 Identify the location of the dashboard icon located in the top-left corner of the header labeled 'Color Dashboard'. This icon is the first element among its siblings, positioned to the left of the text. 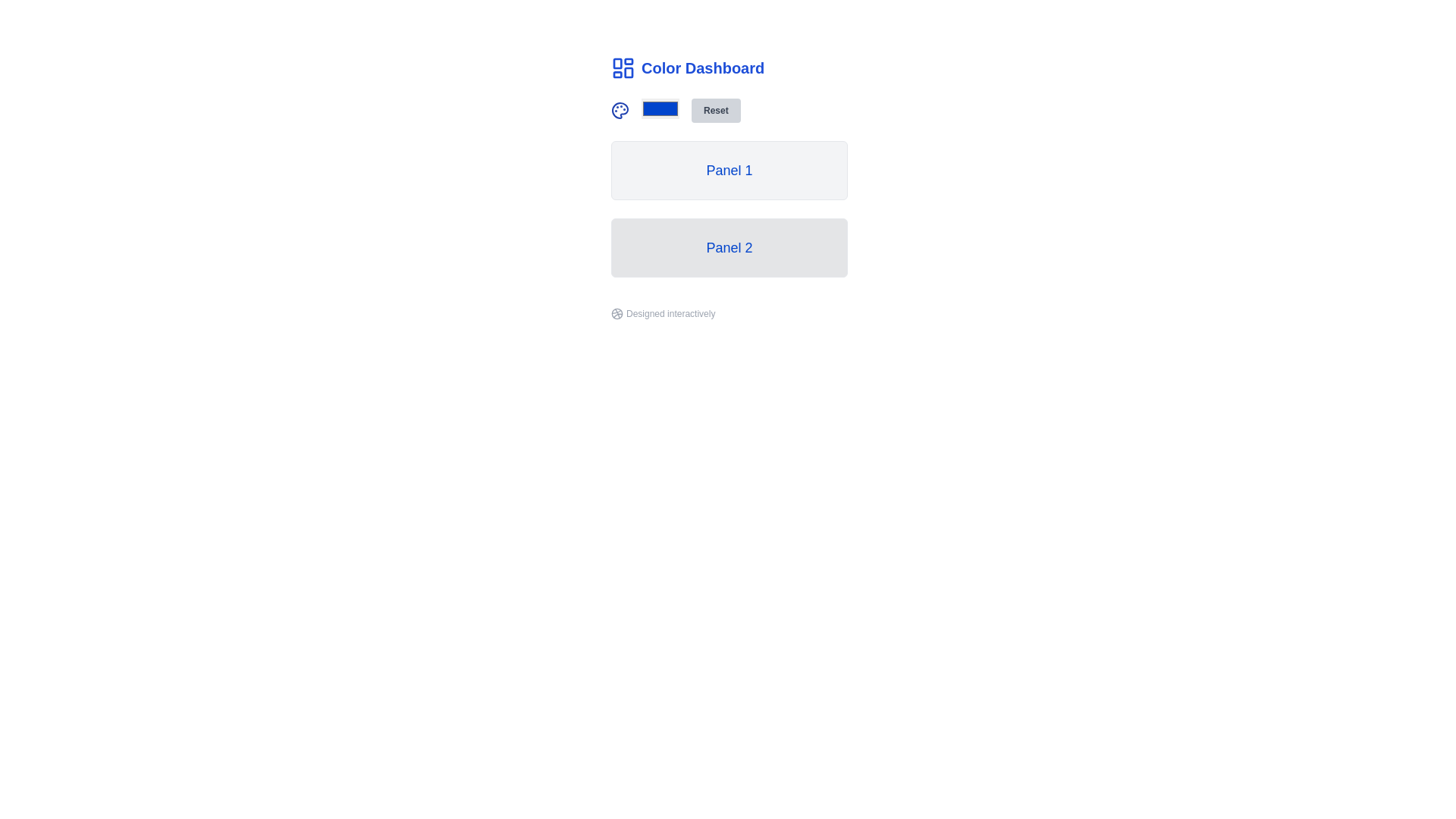
(623, 67).